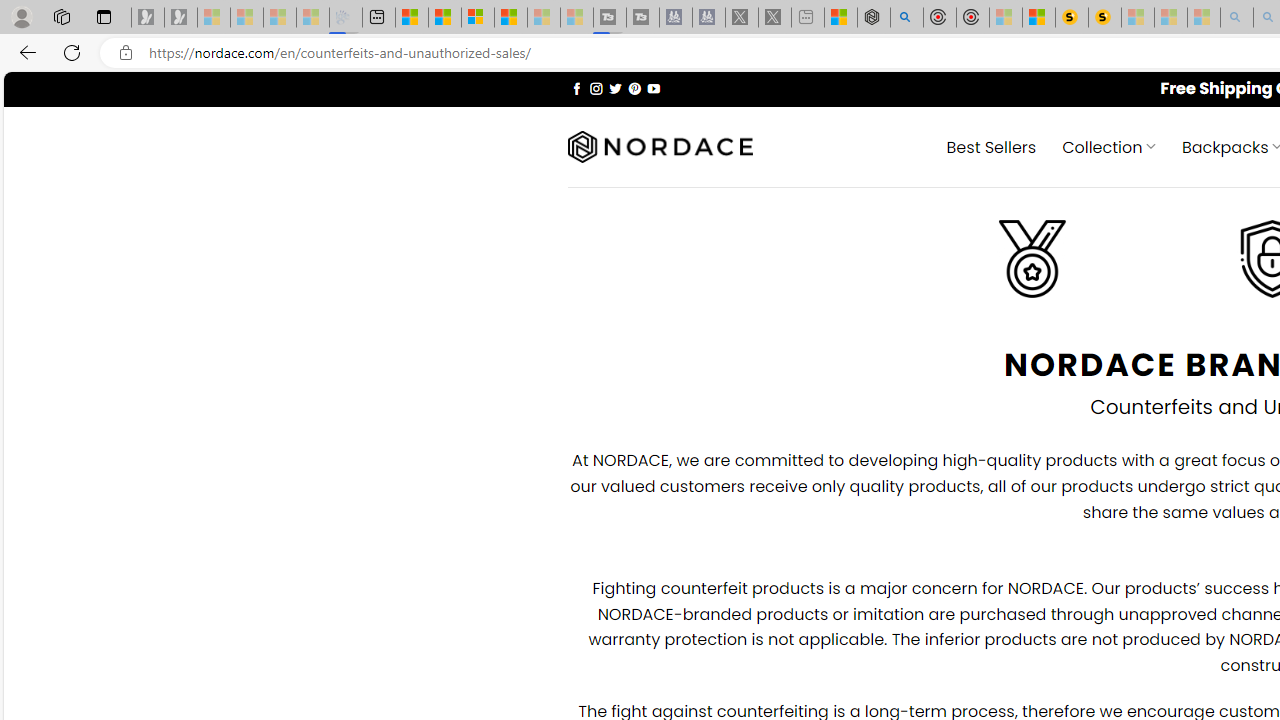 This screenshot has width=1280, height=720. Describe the element at coordinates (1236, 17) in the screenshot. I see `'amazon - Search - Sleeping'` at that location.